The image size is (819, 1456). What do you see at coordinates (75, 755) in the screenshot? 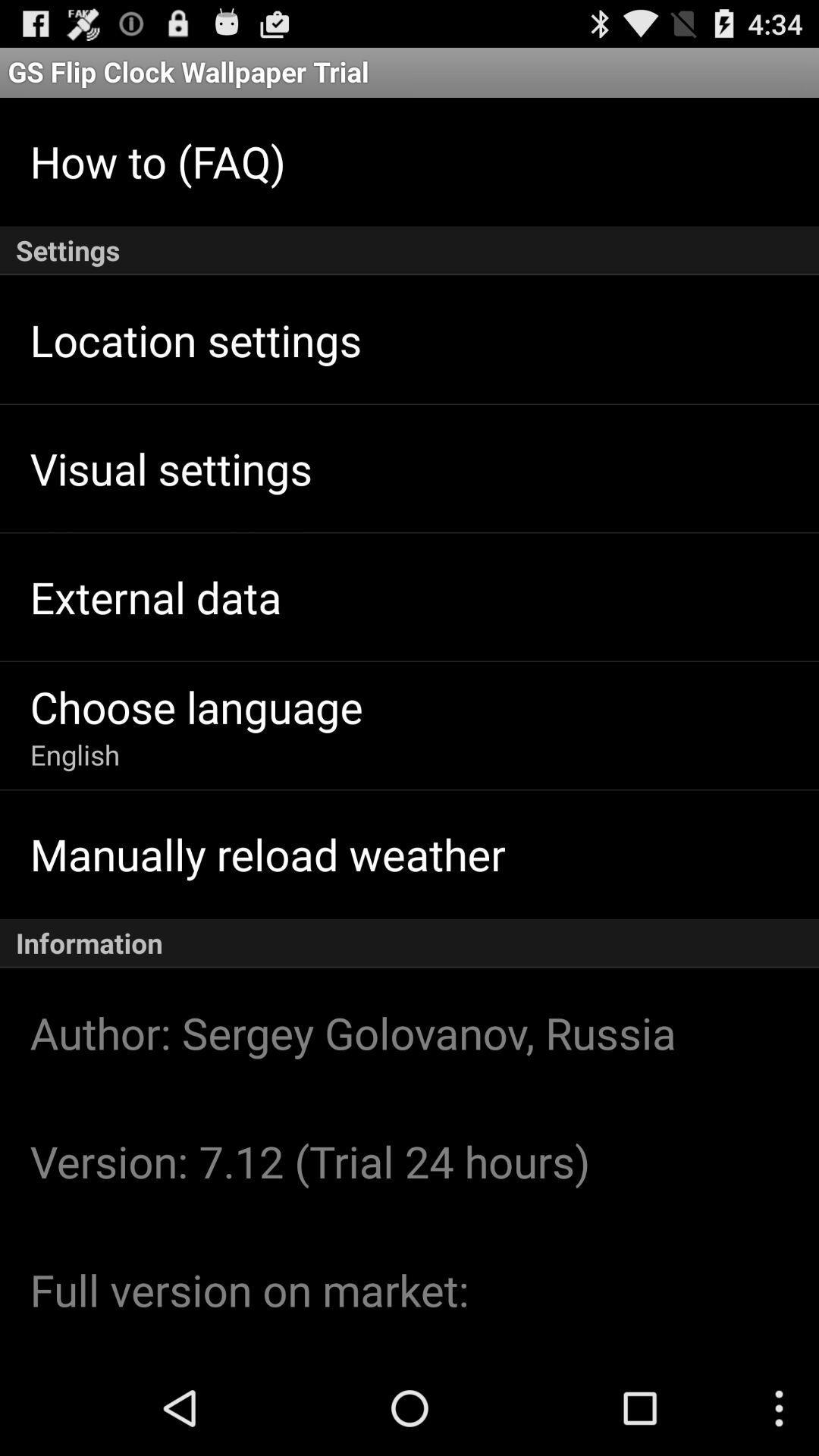
I see `app above the manually reload weather` at bounding box center [75, 755].